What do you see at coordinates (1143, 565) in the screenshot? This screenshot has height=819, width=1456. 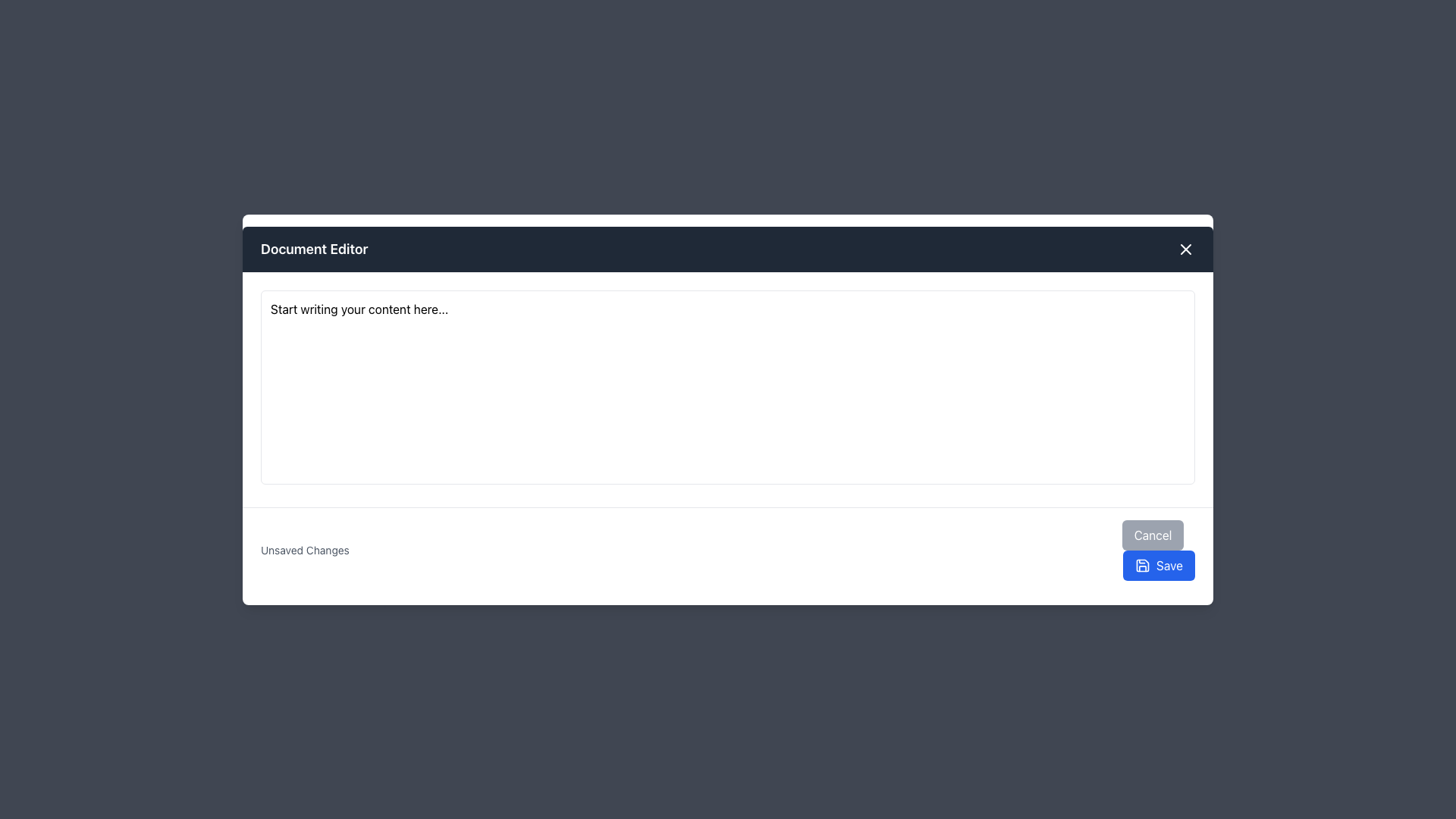 I see `the Graphics icon, which resembles a floppy disk and is part of the Save button located in the bottom-right of a modal dialog` at bounding box center [1143, 565].